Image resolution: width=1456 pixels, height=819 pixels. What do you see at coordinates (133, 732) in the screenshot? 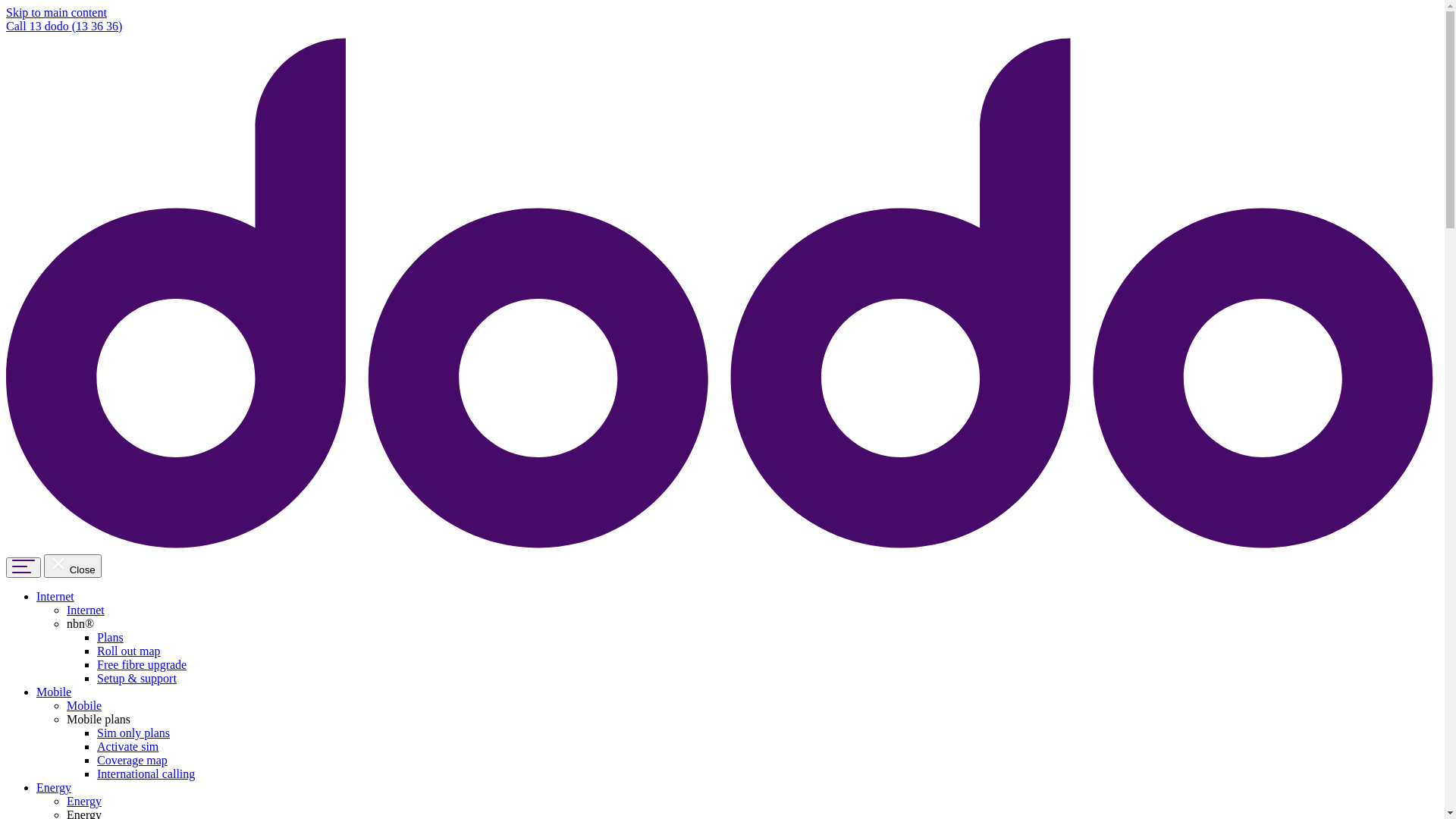
I see `'Sim only plans'` at bounding box center [133, 732].